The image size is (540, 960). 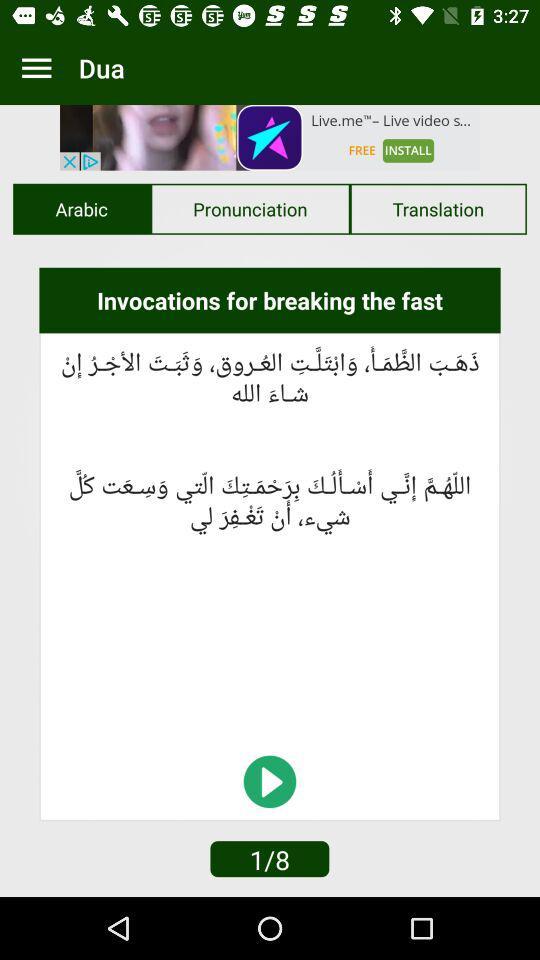 I want to click on the explore icon, so click(x=270, y=781).